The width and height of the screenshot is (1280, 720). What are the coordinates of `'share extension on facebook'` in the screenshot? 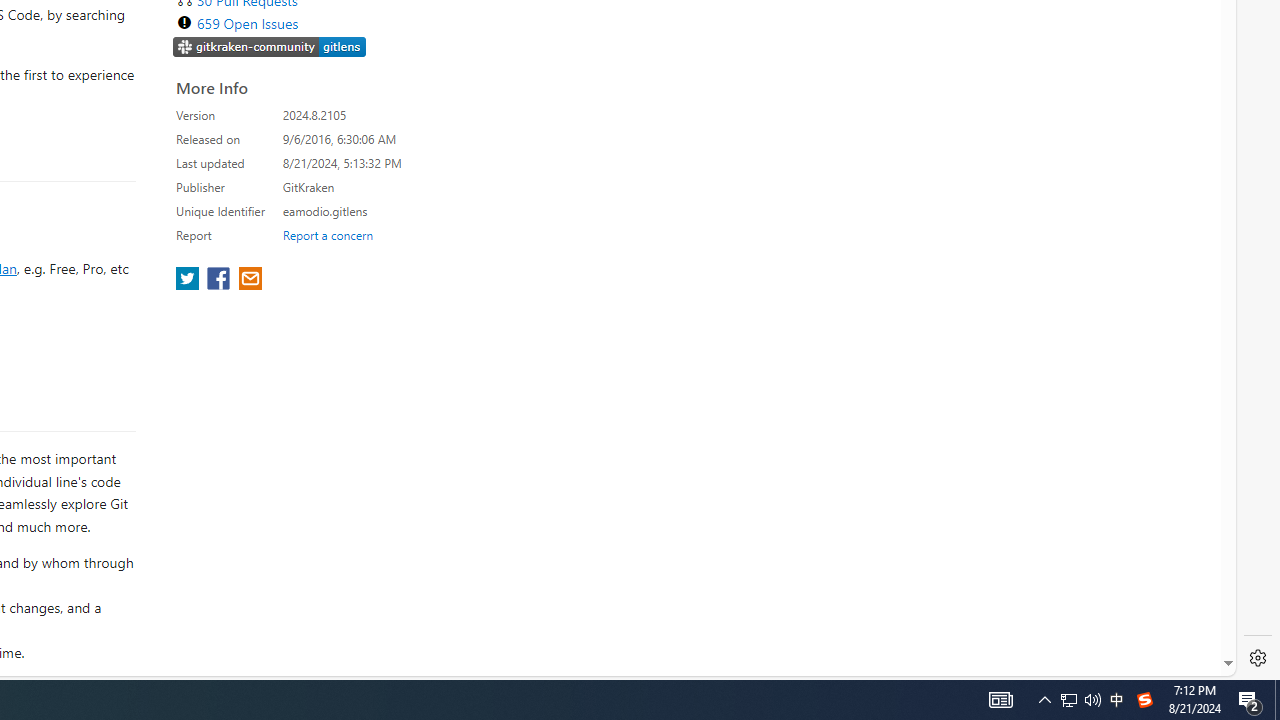 It's located at (220, 280).